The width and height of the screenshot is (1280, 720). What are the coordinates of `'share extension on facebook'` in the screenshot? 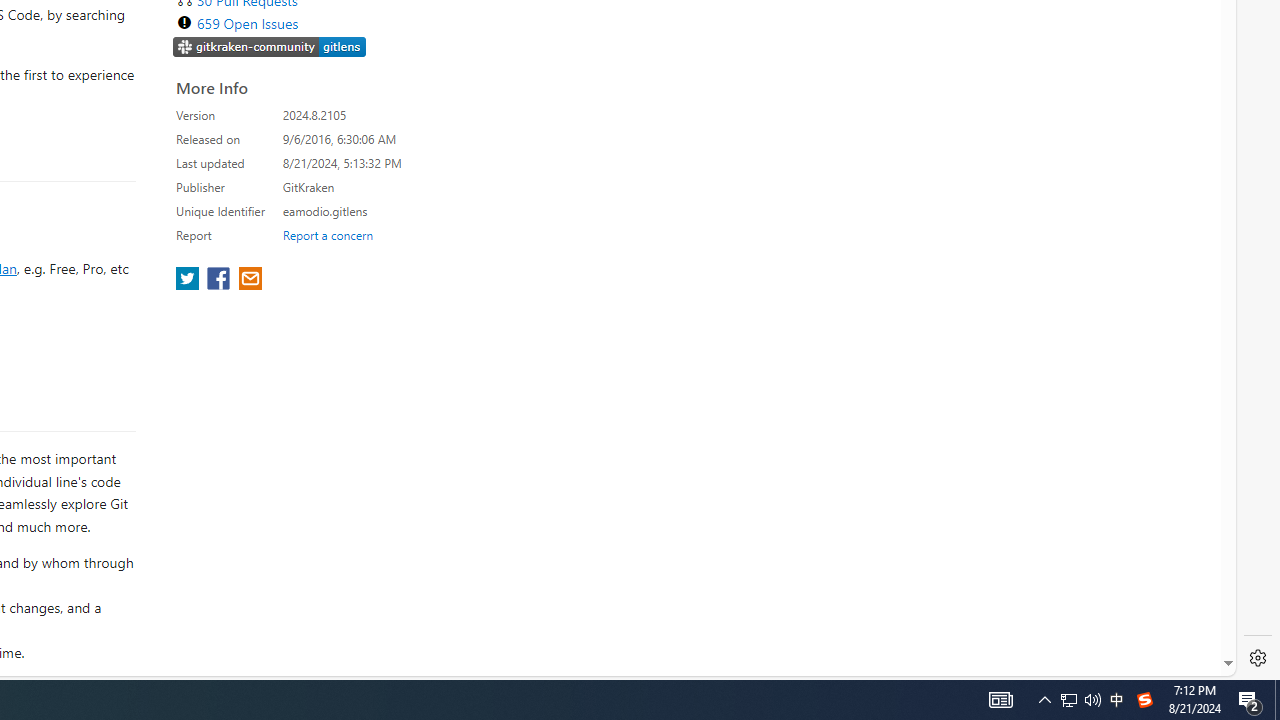 It's located at (220, 280).